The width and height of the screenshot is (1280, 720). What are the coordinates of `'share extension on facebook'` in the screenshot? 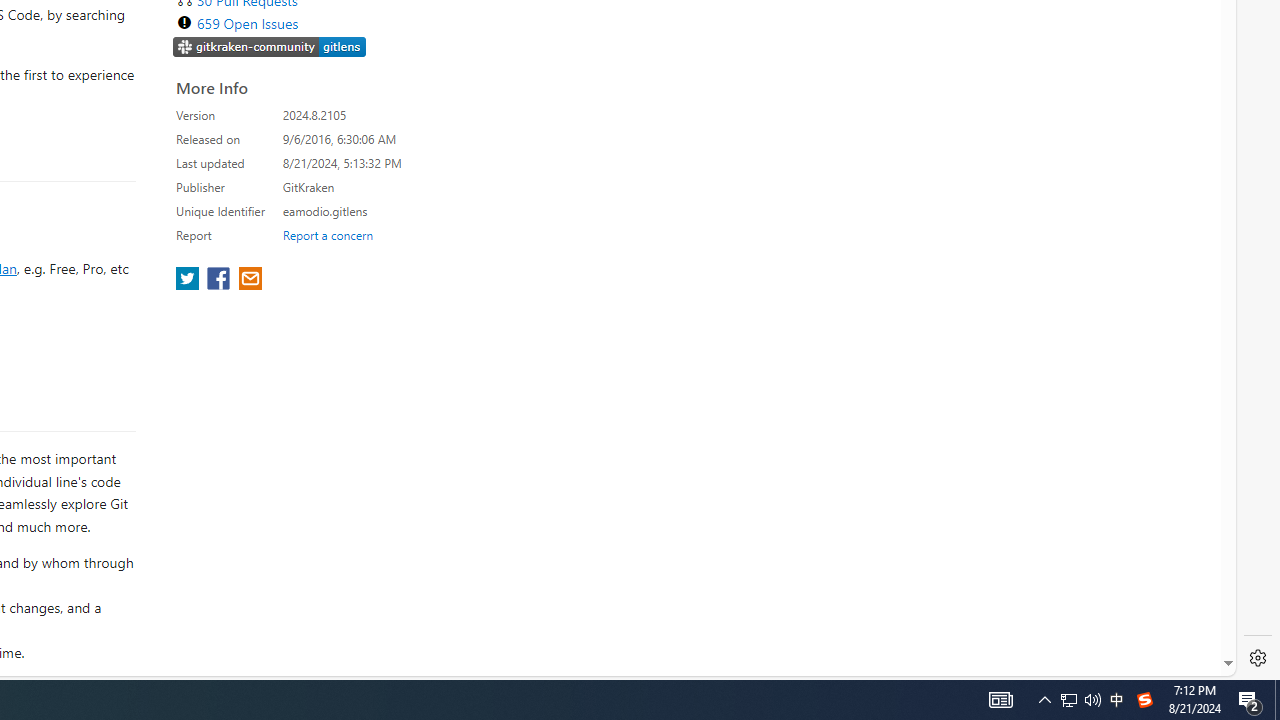 It's located at (220, 280).